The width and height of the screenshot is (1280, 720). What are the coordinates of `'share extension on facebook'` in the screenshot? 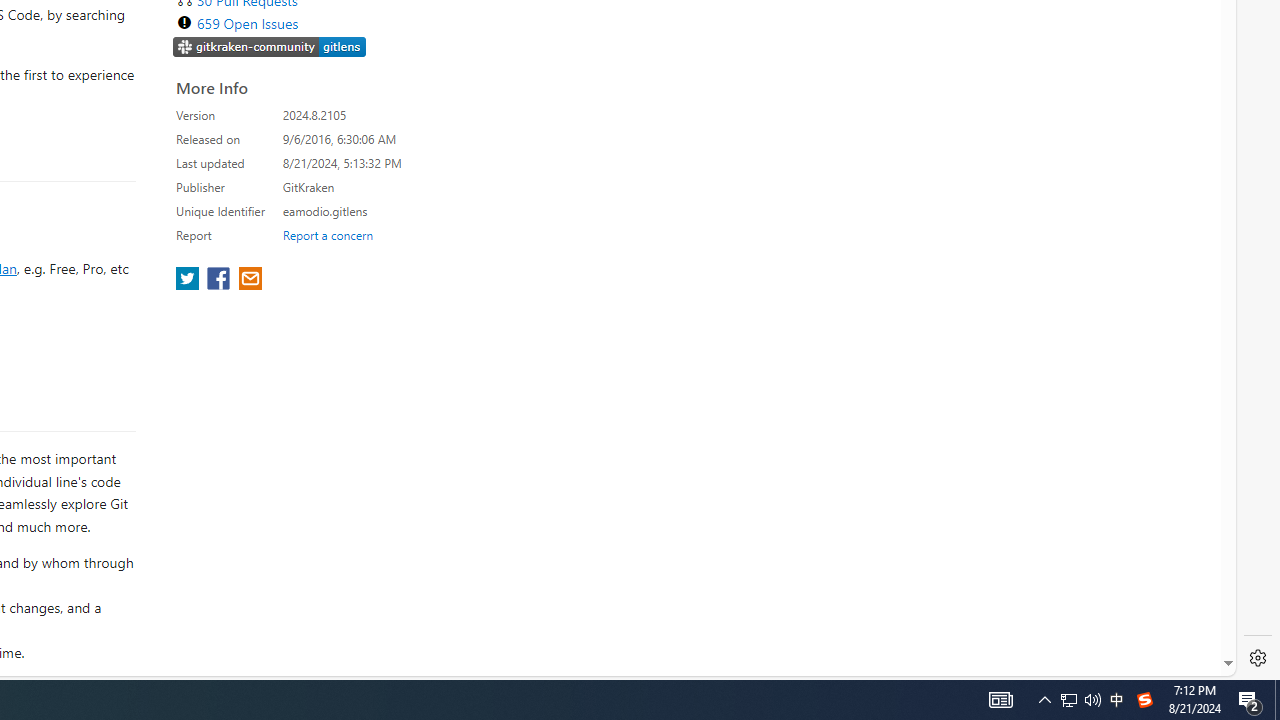 It's located at (220, 280).